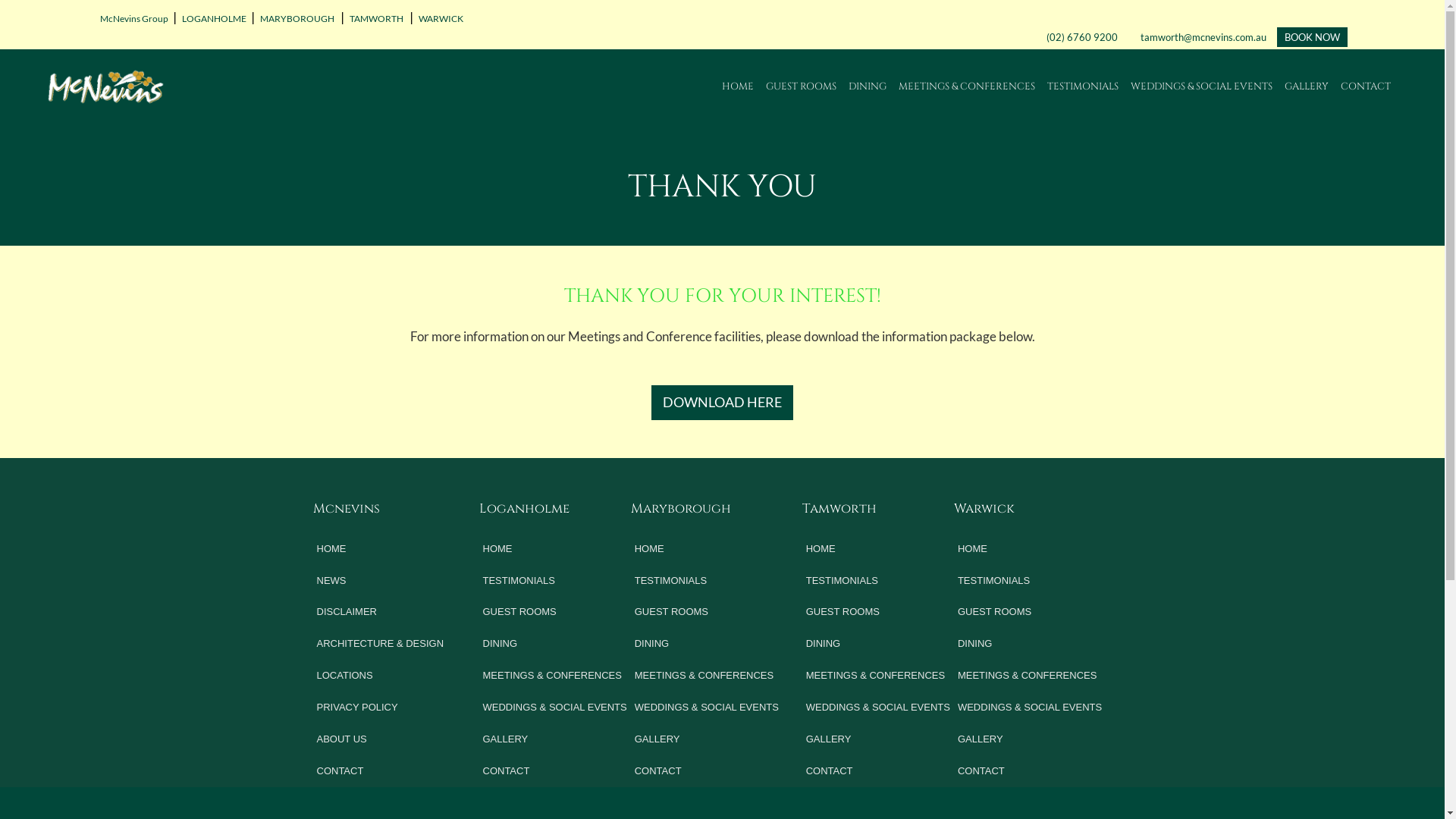 Image resolution: width=1456 pixels, height=819 pixels. I want to click on 'GALLERY', so click(556, 739).